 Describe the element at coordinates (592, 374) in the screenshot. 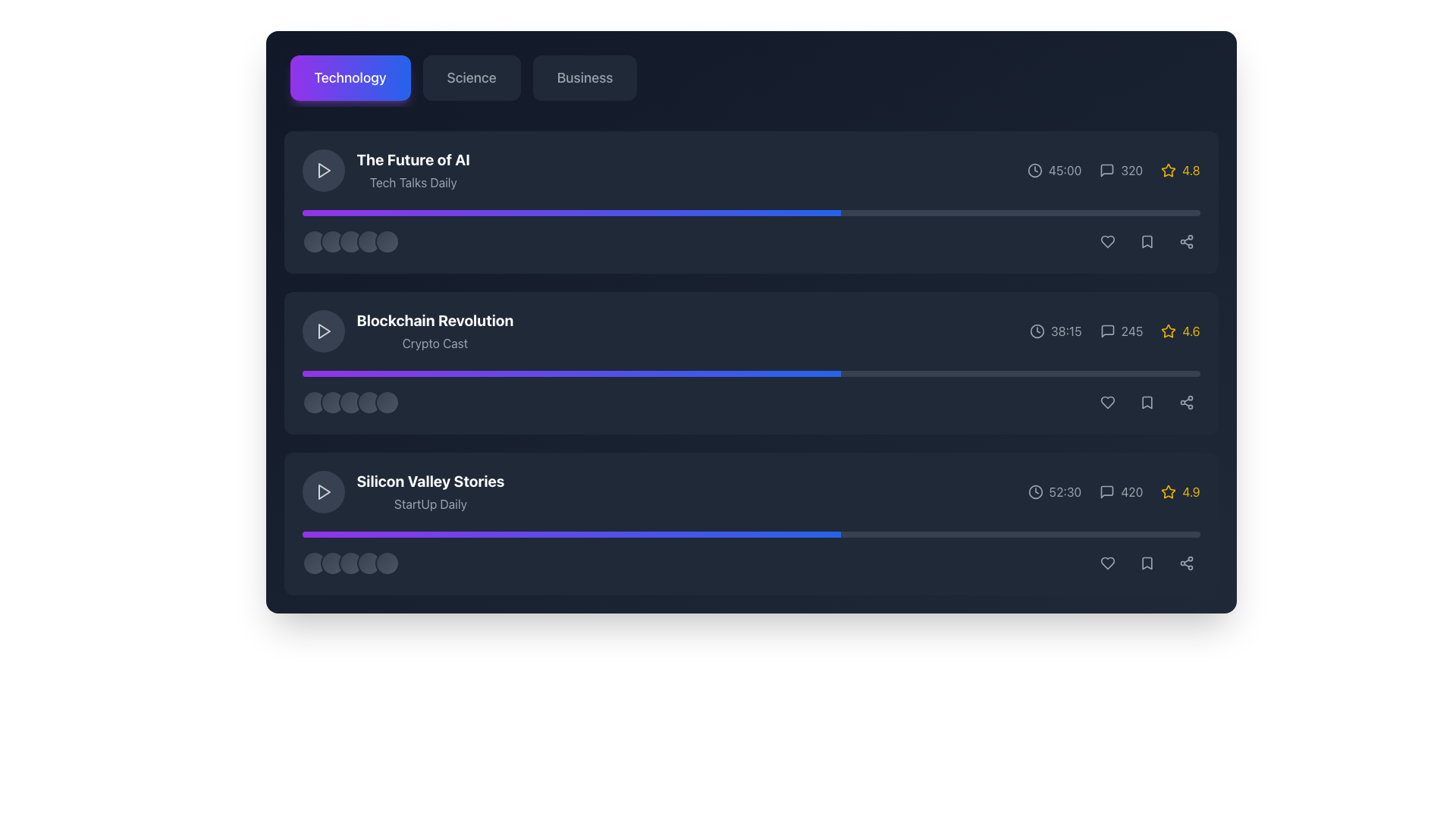

I see `progress` at that location.